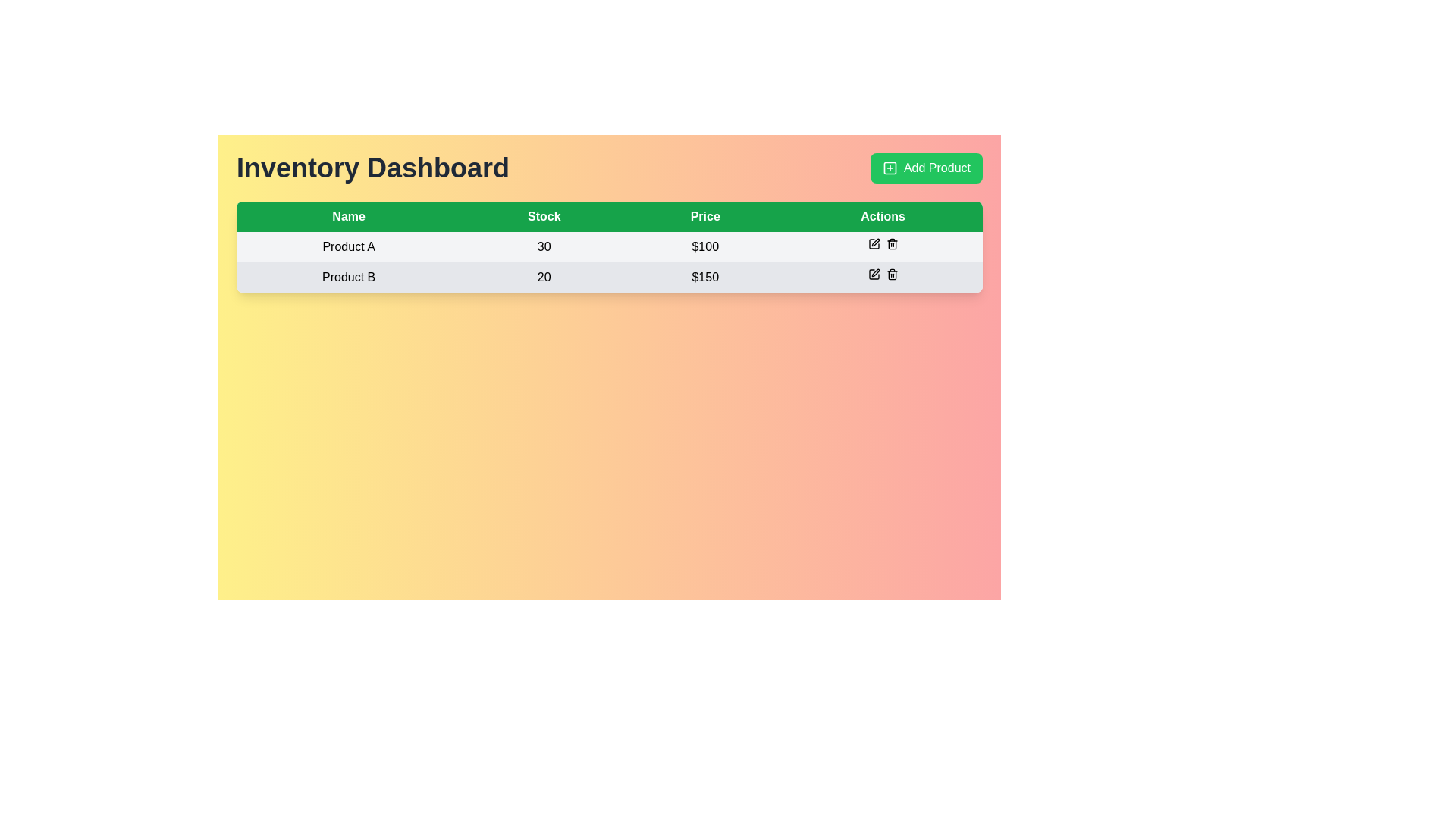 The image size is (1456, 819). Describe the element at coordinates (348, 216) in the screenshot. I see `the green header labeled 'Name' in the table header row, which is the first column of the header` at that location.